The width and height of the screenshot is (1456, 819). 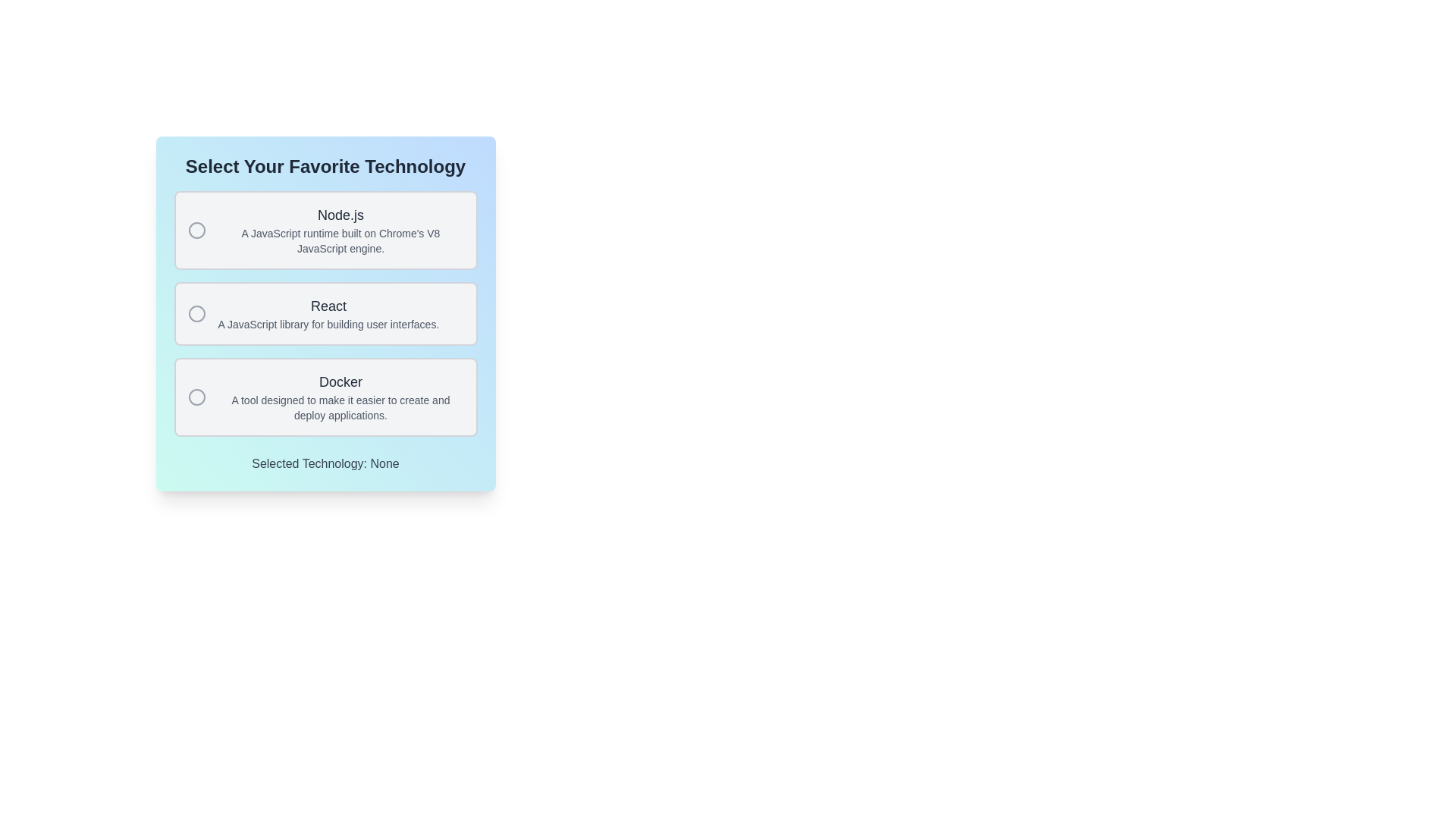 I want to click on the text label displaying 'React', which is styled in bold and larger font, located at the center of the second card among three vertically aligned cards, so click(x=328, y=306).